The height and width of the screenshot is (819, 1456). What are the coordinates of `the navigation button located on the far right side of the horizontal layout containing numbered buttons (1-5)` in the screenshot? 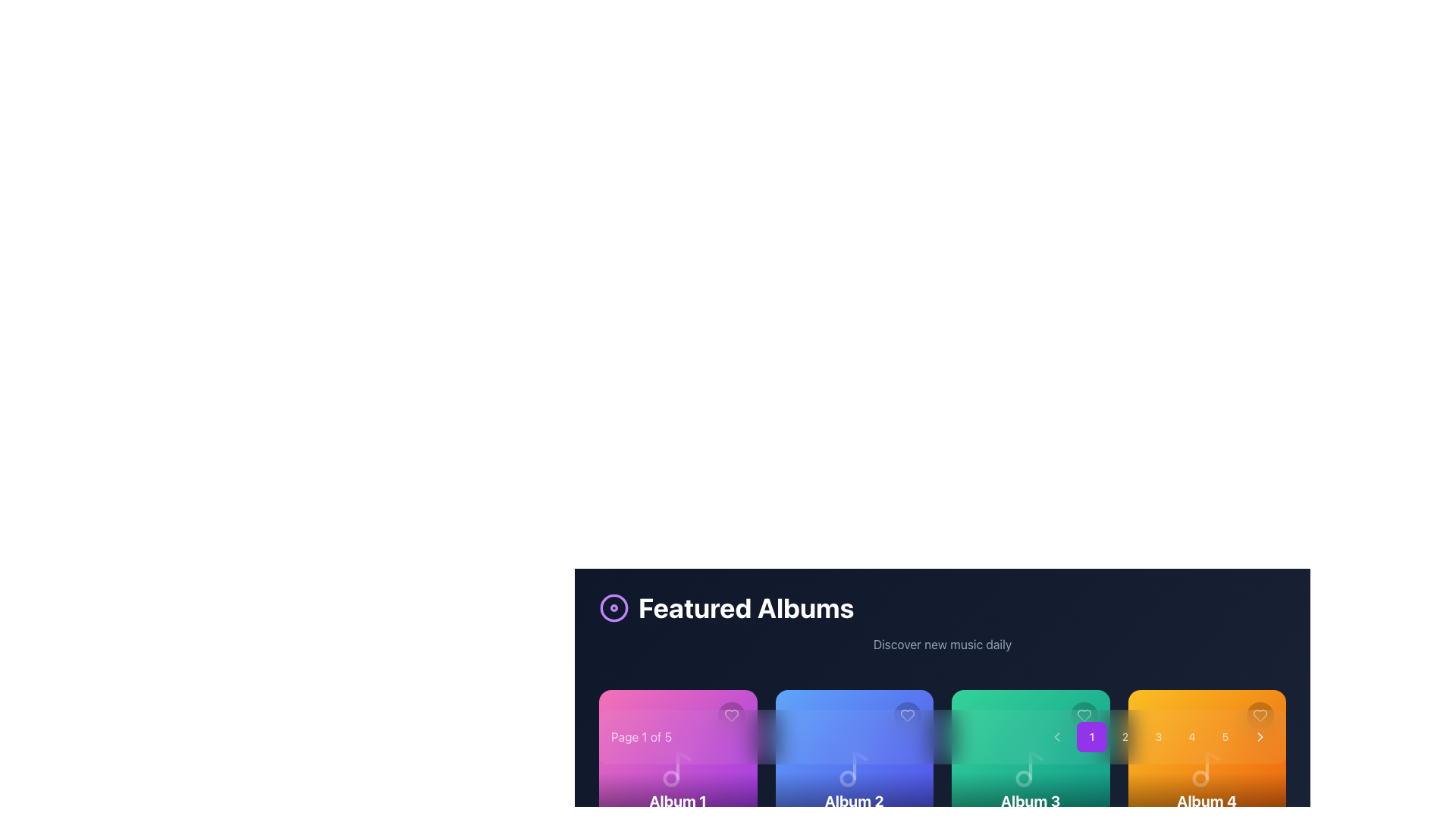 It's located at (1260, 736).